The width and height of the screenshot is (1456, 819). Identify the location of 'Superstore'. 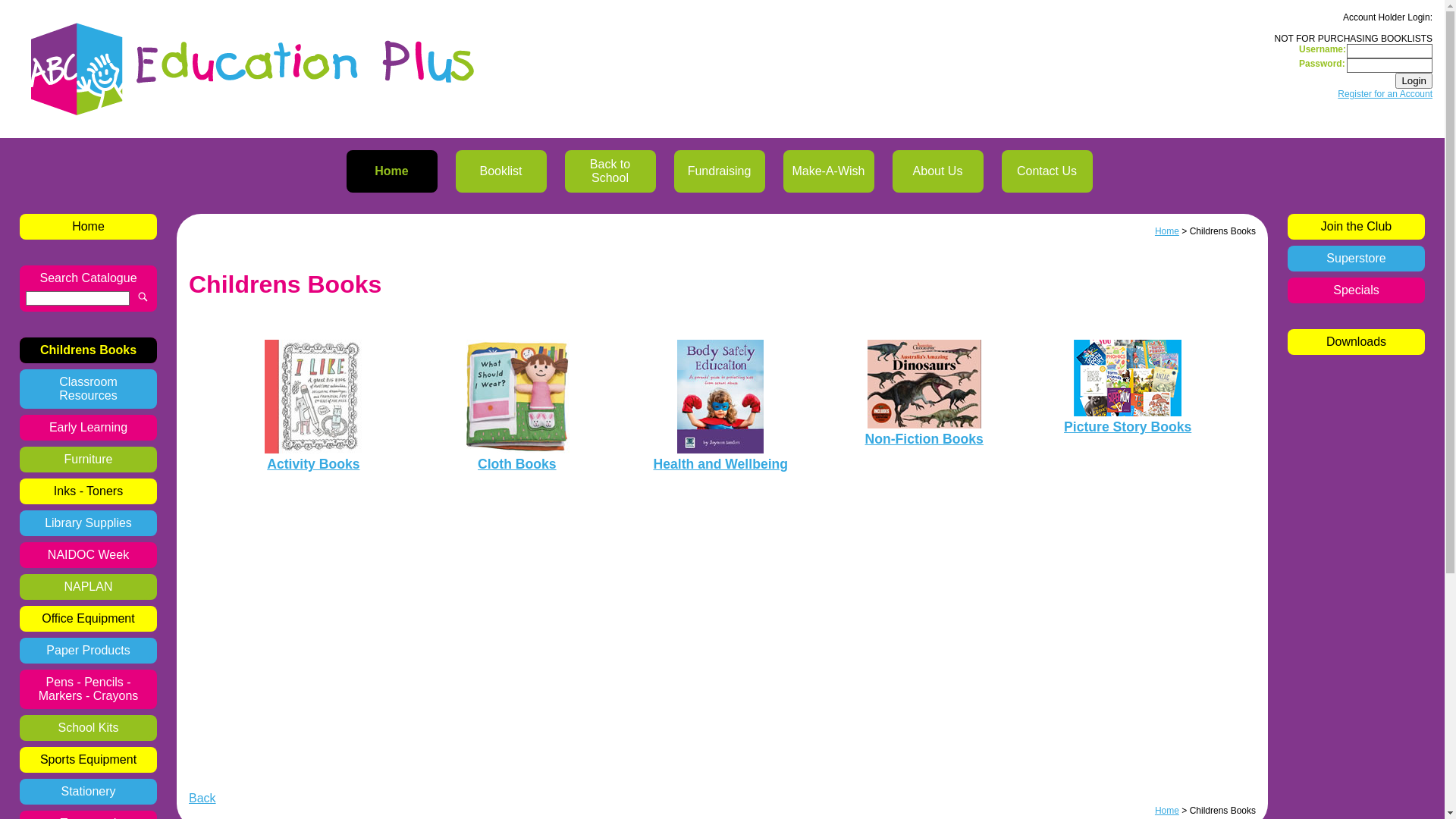
(1356, 257).